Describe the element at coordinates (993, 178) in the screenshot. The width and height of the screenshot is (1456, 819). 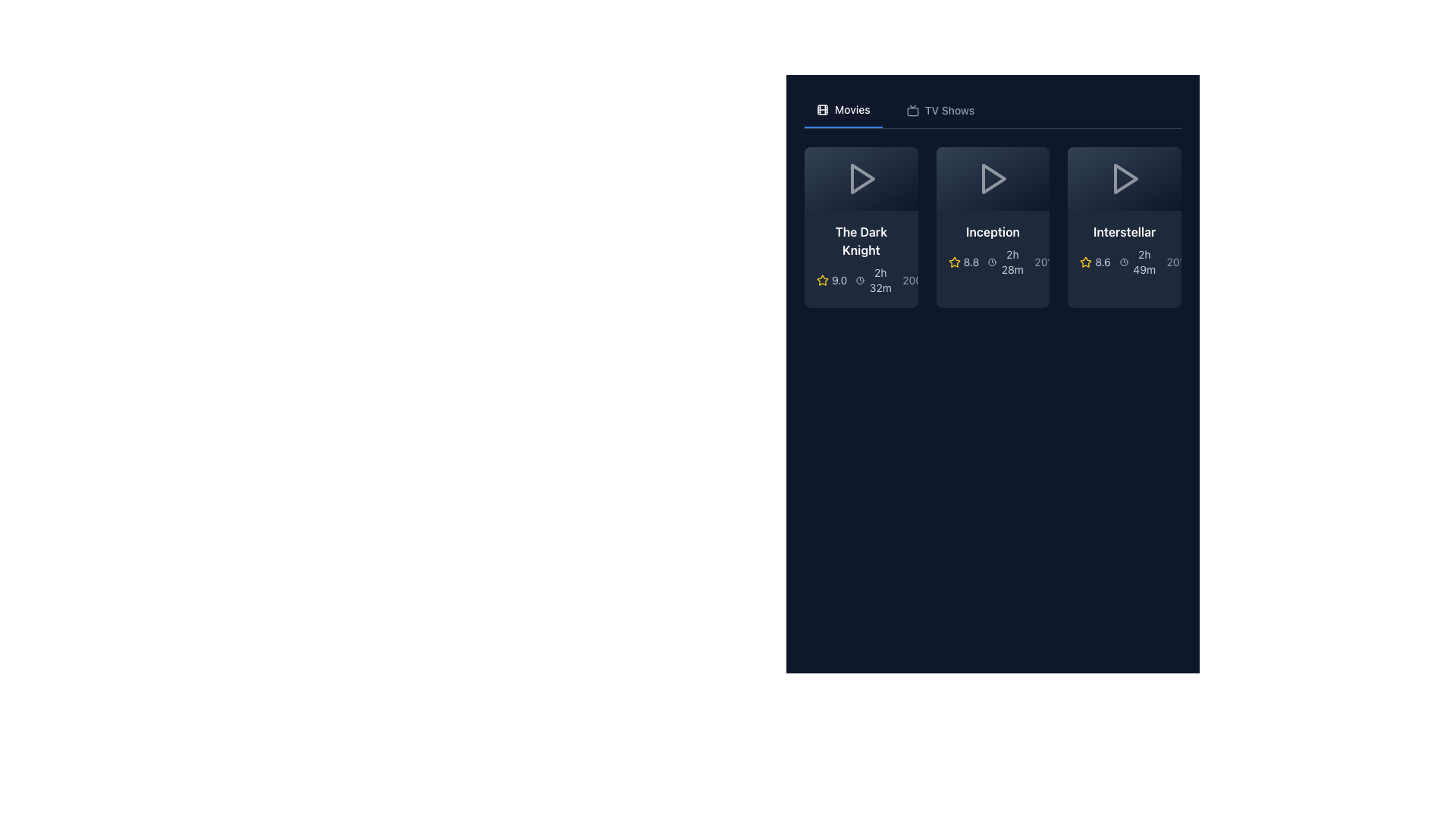
I see `the play button icon for the movie 'Inception' located in the center of the second card in a horizontal row of three cards` at that location.